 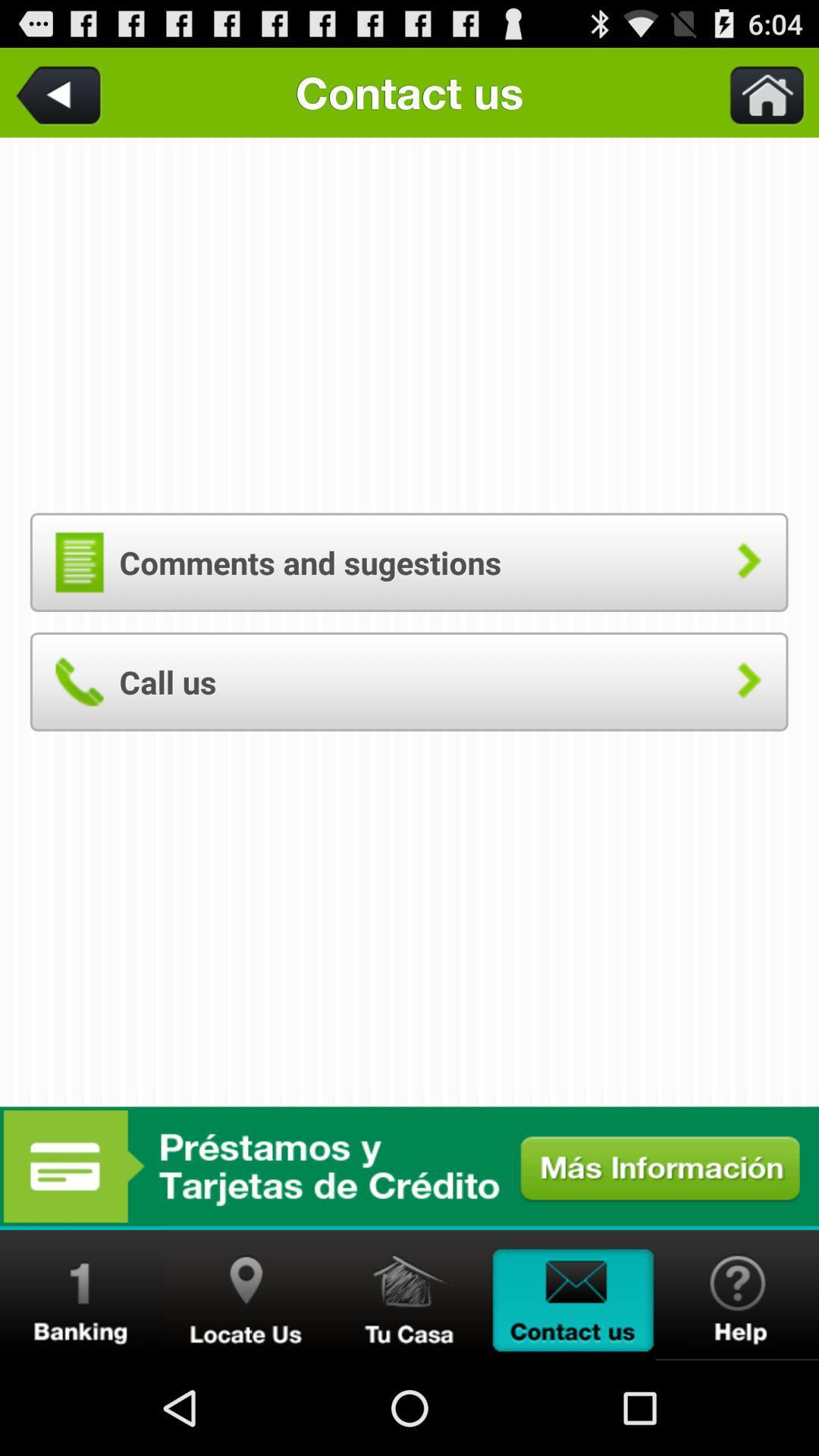 I want to click on icon below the comments and sugestions button, so click(x=408, y=681).